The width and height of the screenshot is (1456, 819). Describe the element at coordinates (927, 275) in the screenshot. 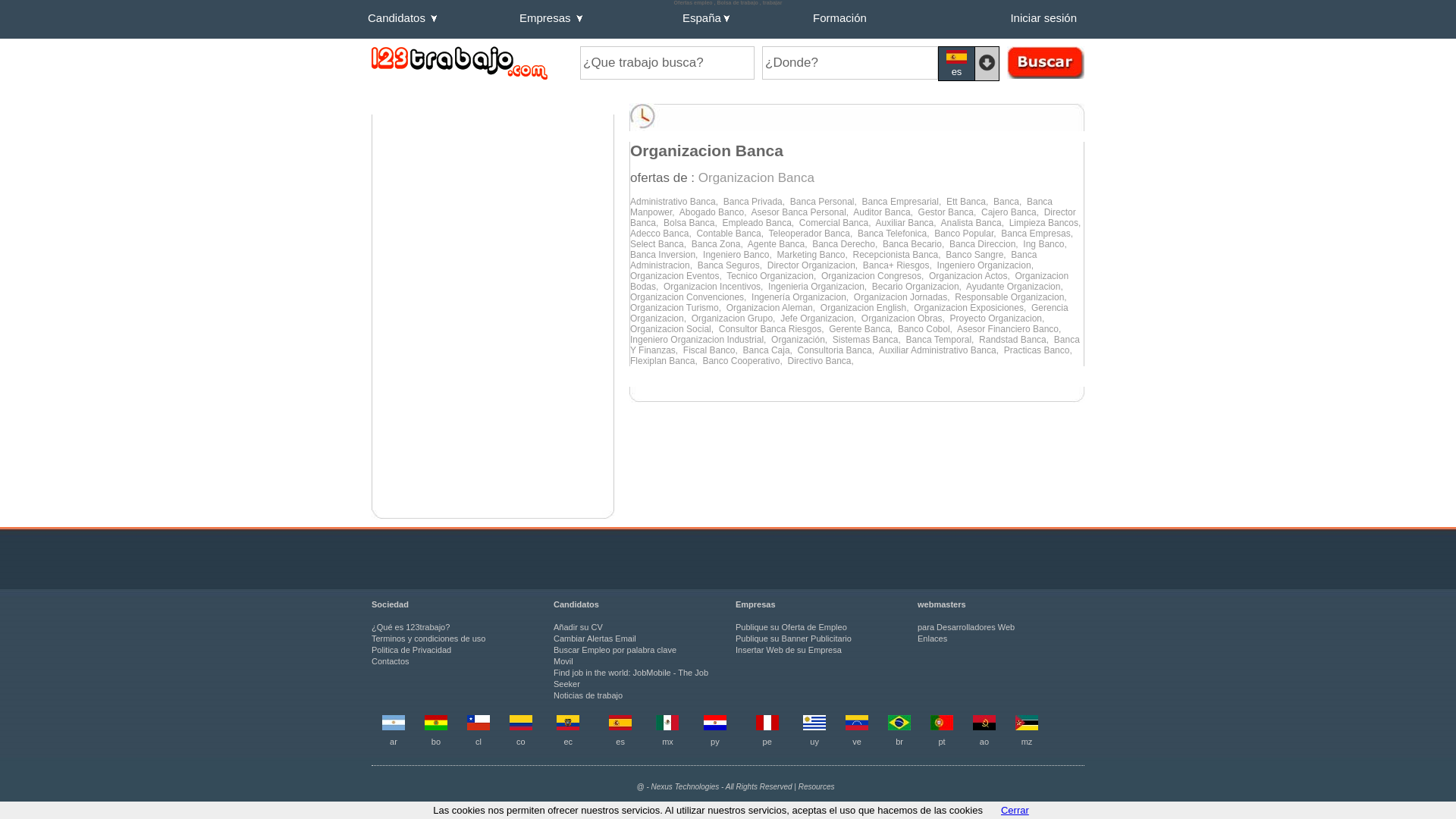

I see `'Organizacion Actos, '` at that location.